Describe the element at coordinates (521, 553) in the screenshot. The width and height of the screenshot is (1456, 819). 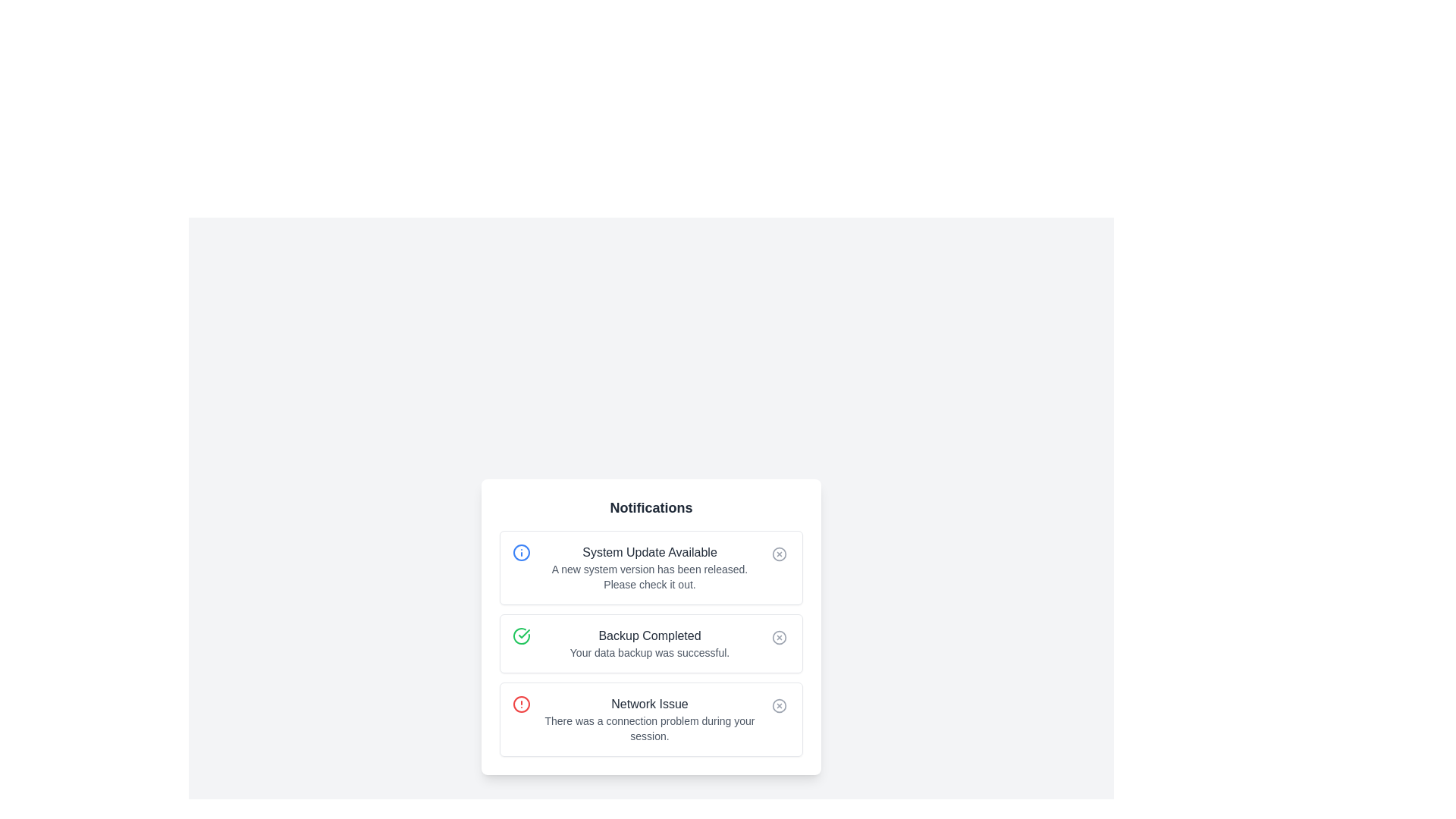
I see `the SVG Circle graphical element that indicates the type of notification in the notifications panel, which is positioned to the left of the 'System Update Available' notification title` at that location.